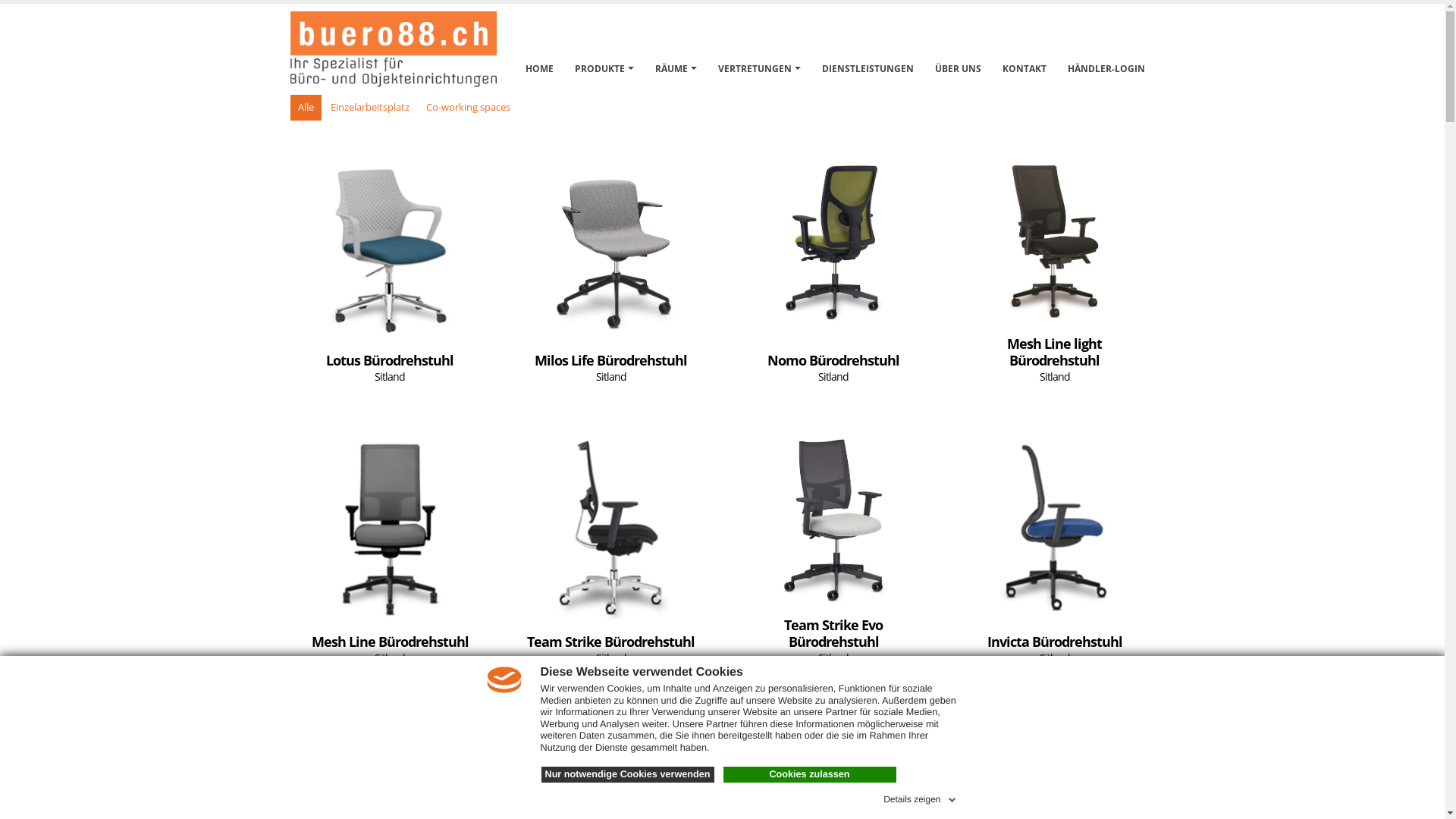  Describe the element at coordinates (603, 52) in the screenshot. I see `'PRODUKTE'` at that location.